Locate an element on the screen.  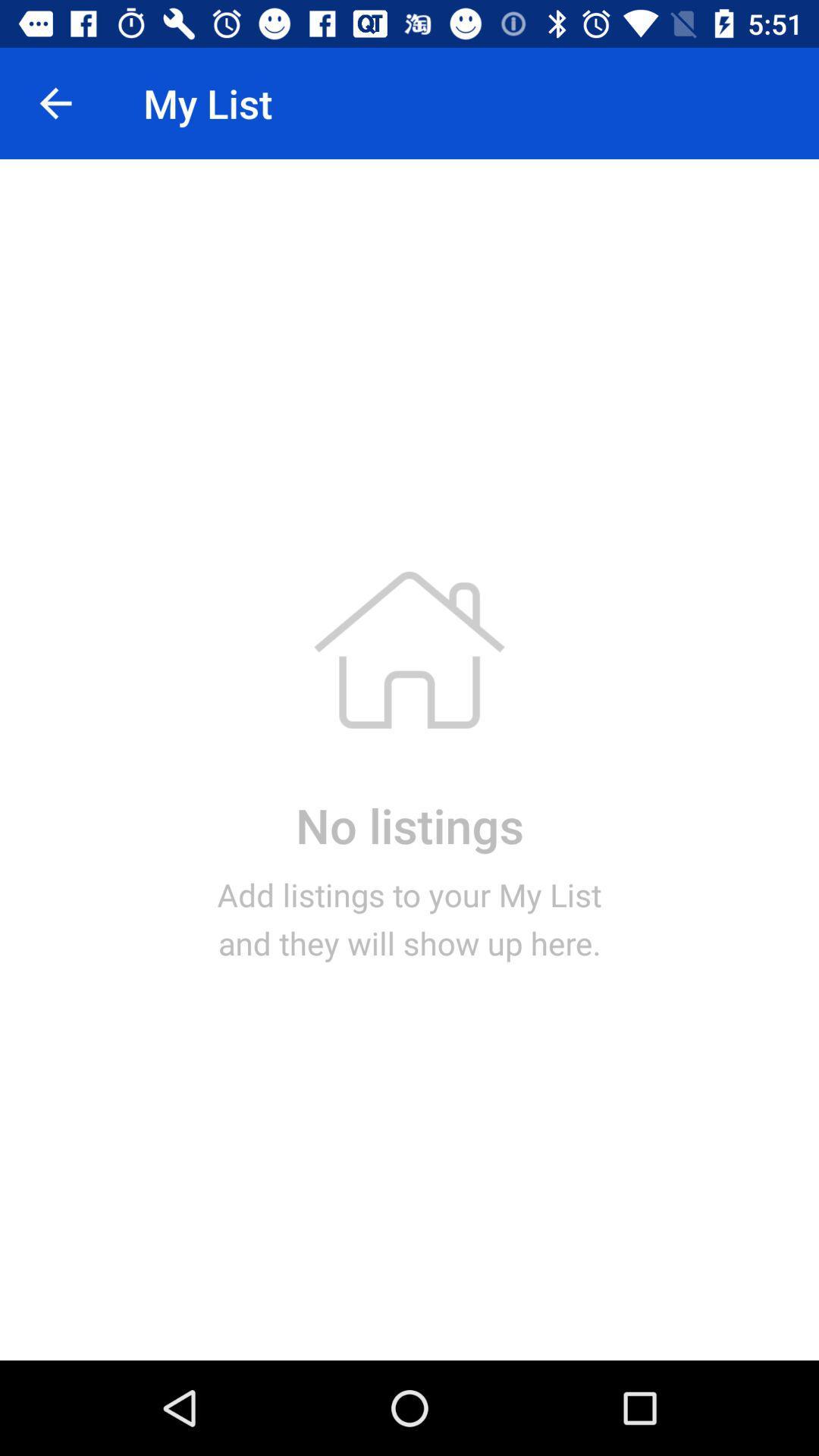
the icon above the no listings item is located at coordinates (55, 102).